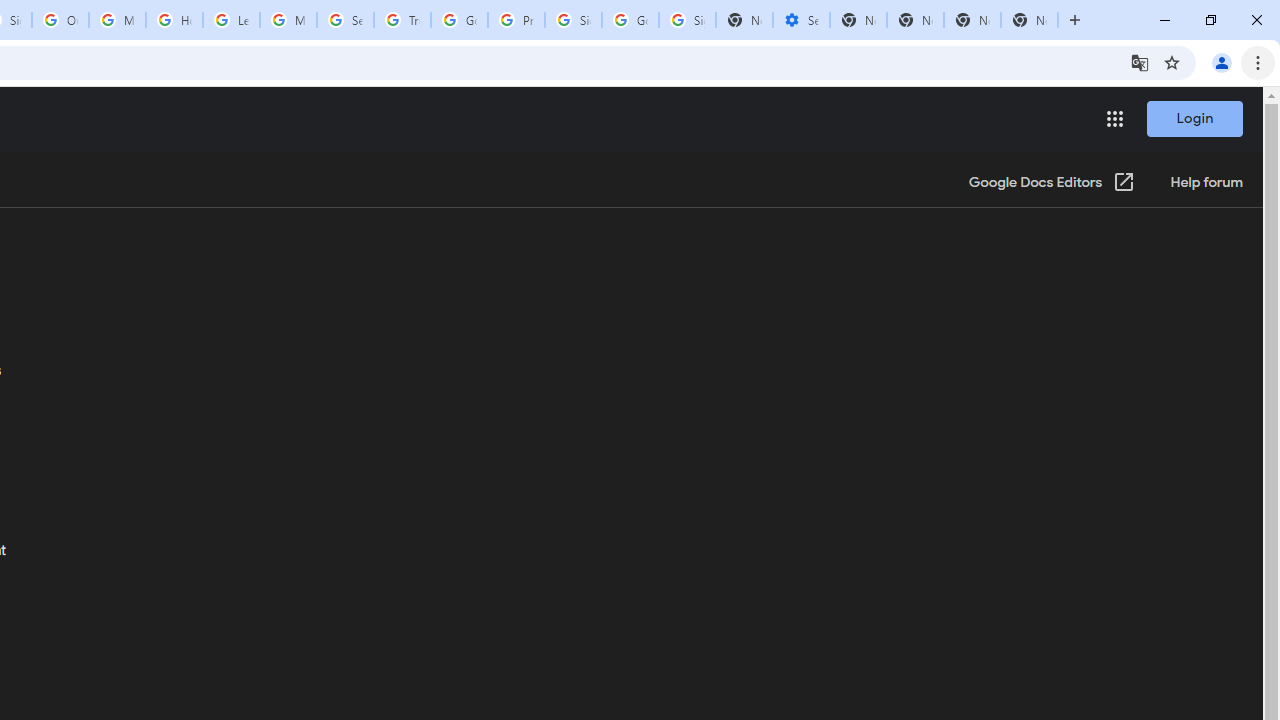 The height and width of the screenshot is (720, 1280). I want to click on 'Chrome', so click(1259, 61).